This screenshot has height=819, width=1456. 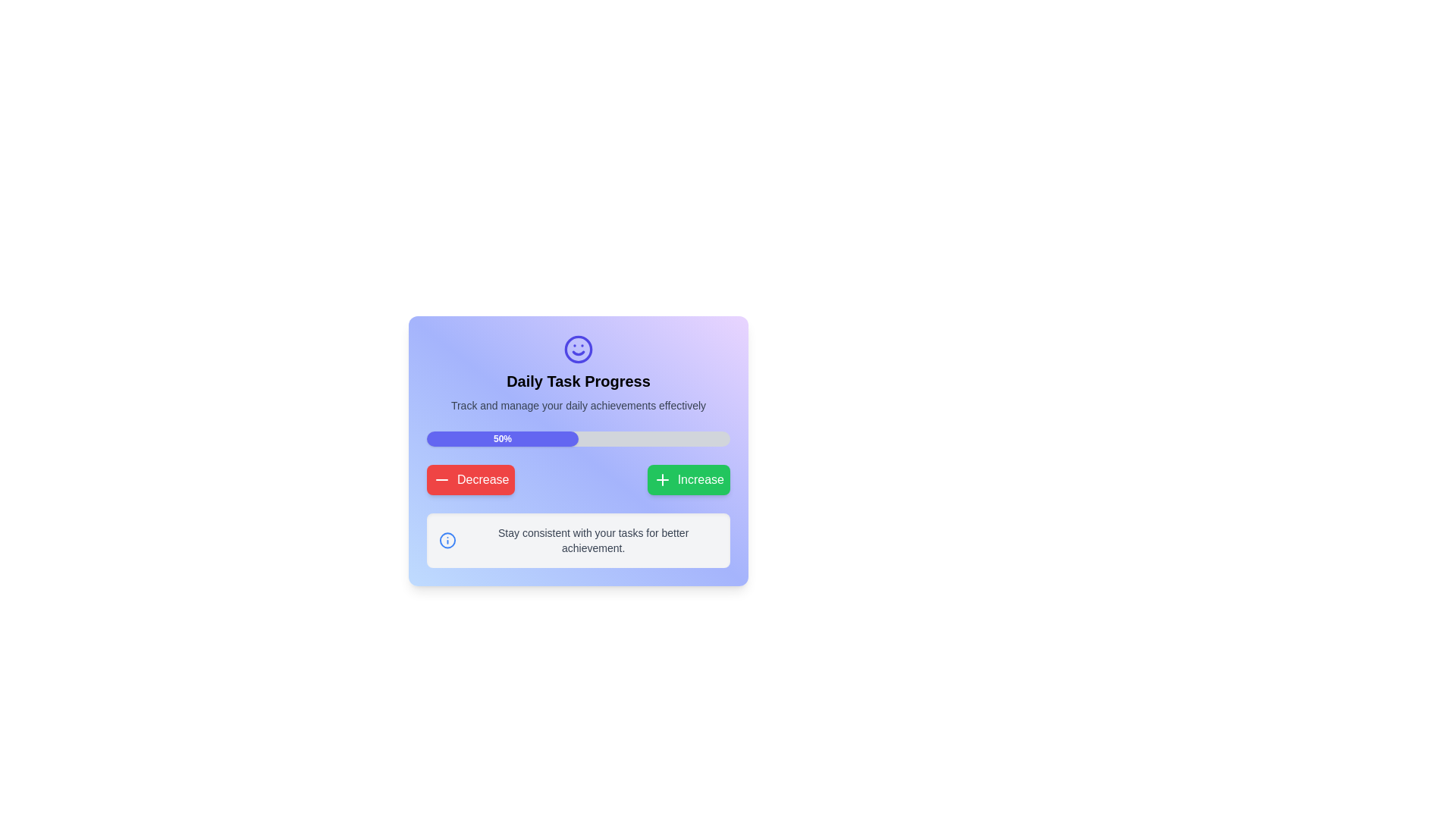 I want to click on the leftmost button in a row of two buttons to decrease the numerical value or progress level, so click(x=470, y=479).